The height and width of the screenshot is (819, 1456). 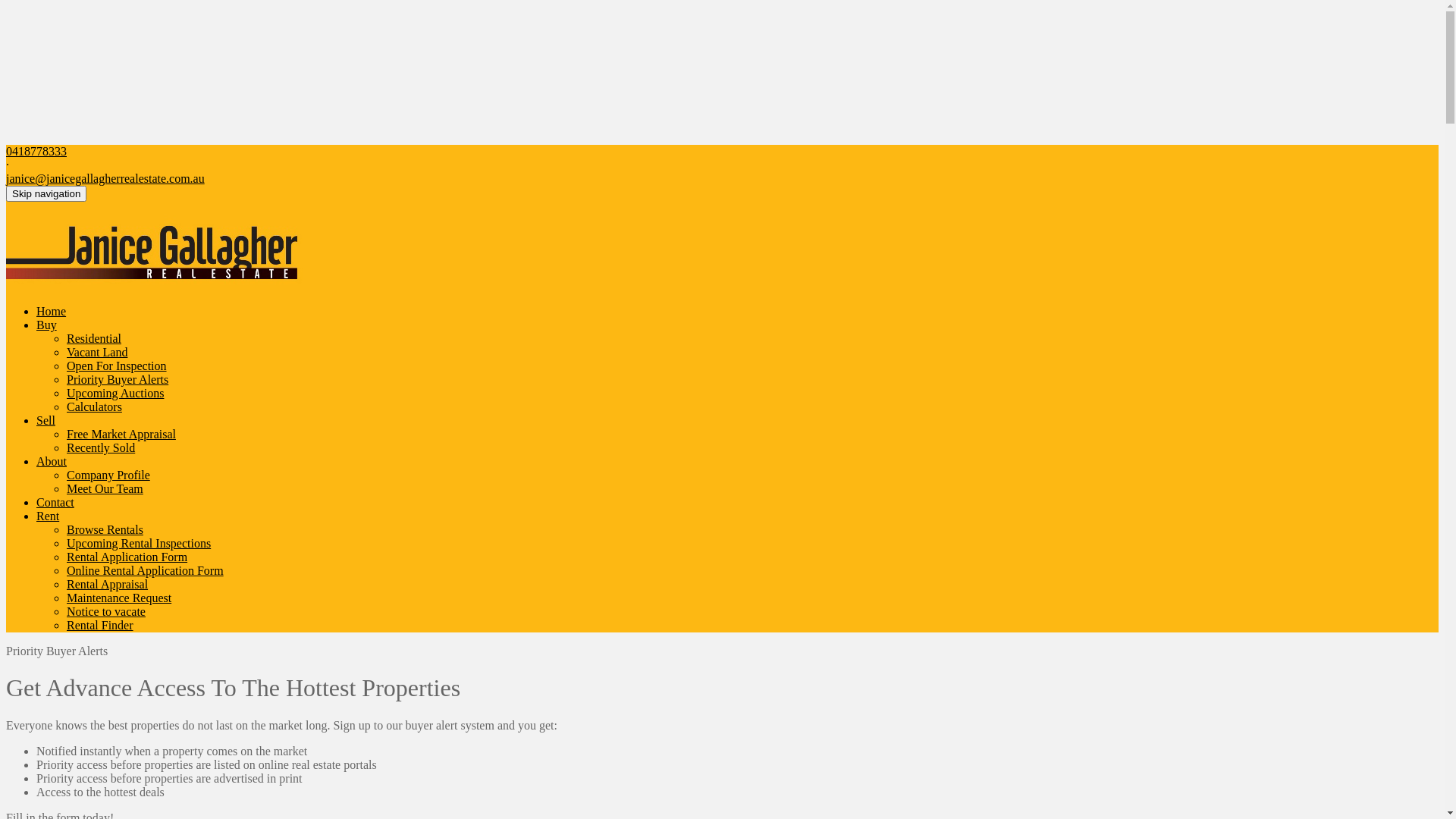 I want to click on '0418778333', so click(x=36, y=151).